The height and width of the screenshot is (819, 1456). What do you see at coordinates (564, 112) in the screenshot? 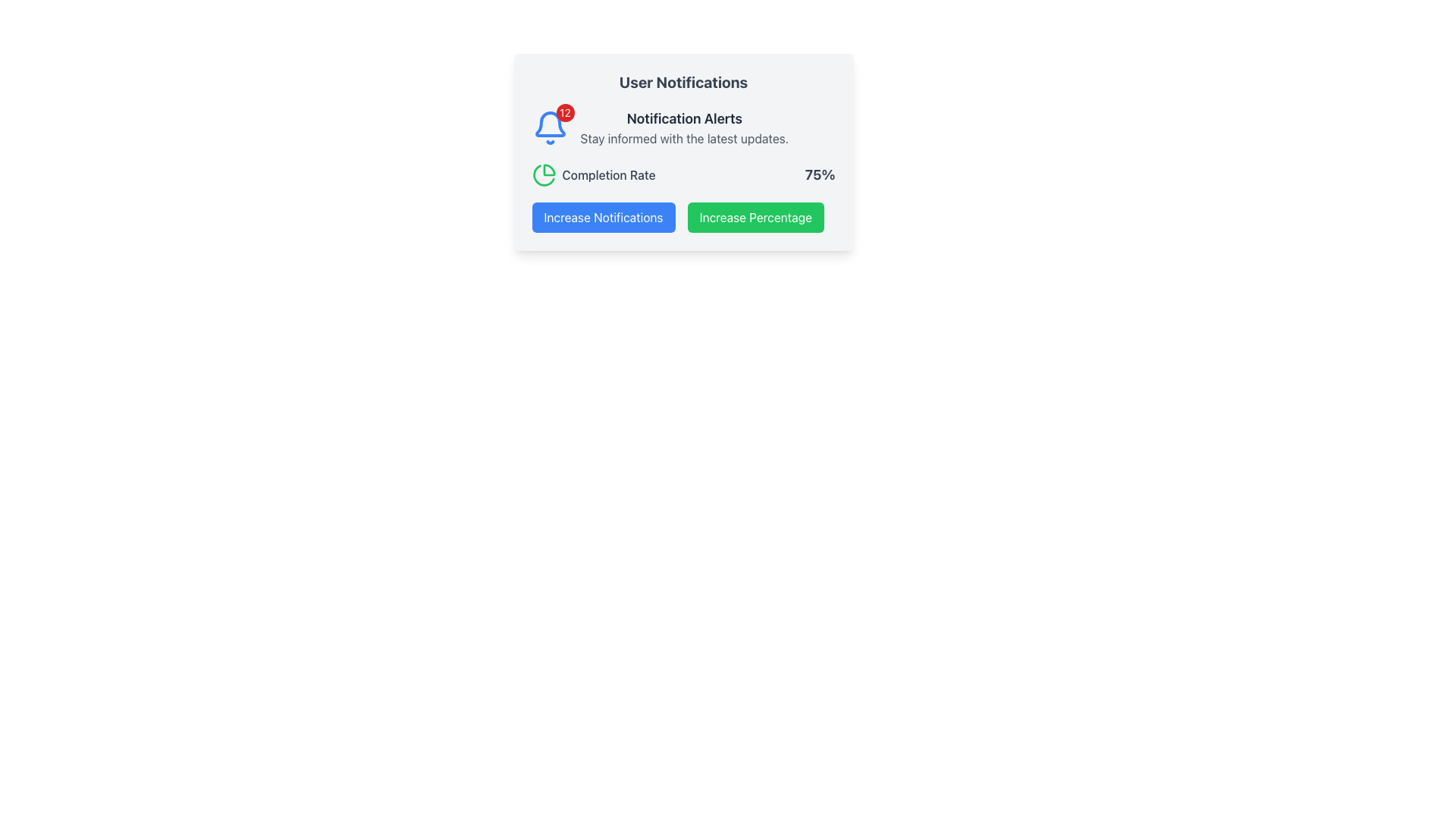
I see `the Notification Badge located at the top right of the bell icon in the Notification Alerts section` at bounding box center [564, 112].